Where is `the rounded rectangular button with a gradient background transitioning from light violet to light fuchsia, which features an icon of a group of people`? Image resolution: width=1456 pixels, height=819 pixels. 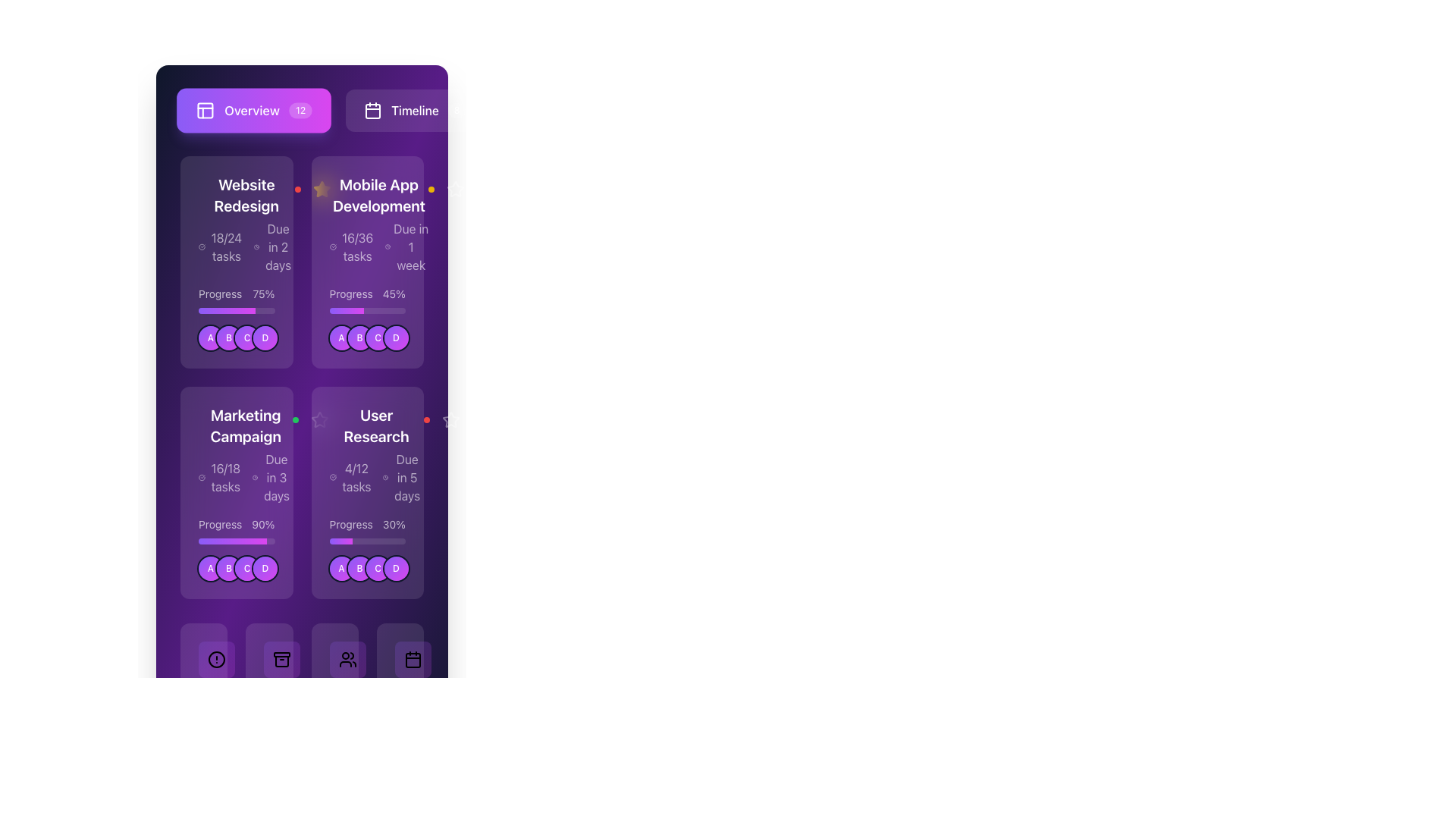
the rounded rectangular button with a gradient background transitioning from light violet to light fuchsia, which features an icon of a group of people is located at coordinates (347, 659).